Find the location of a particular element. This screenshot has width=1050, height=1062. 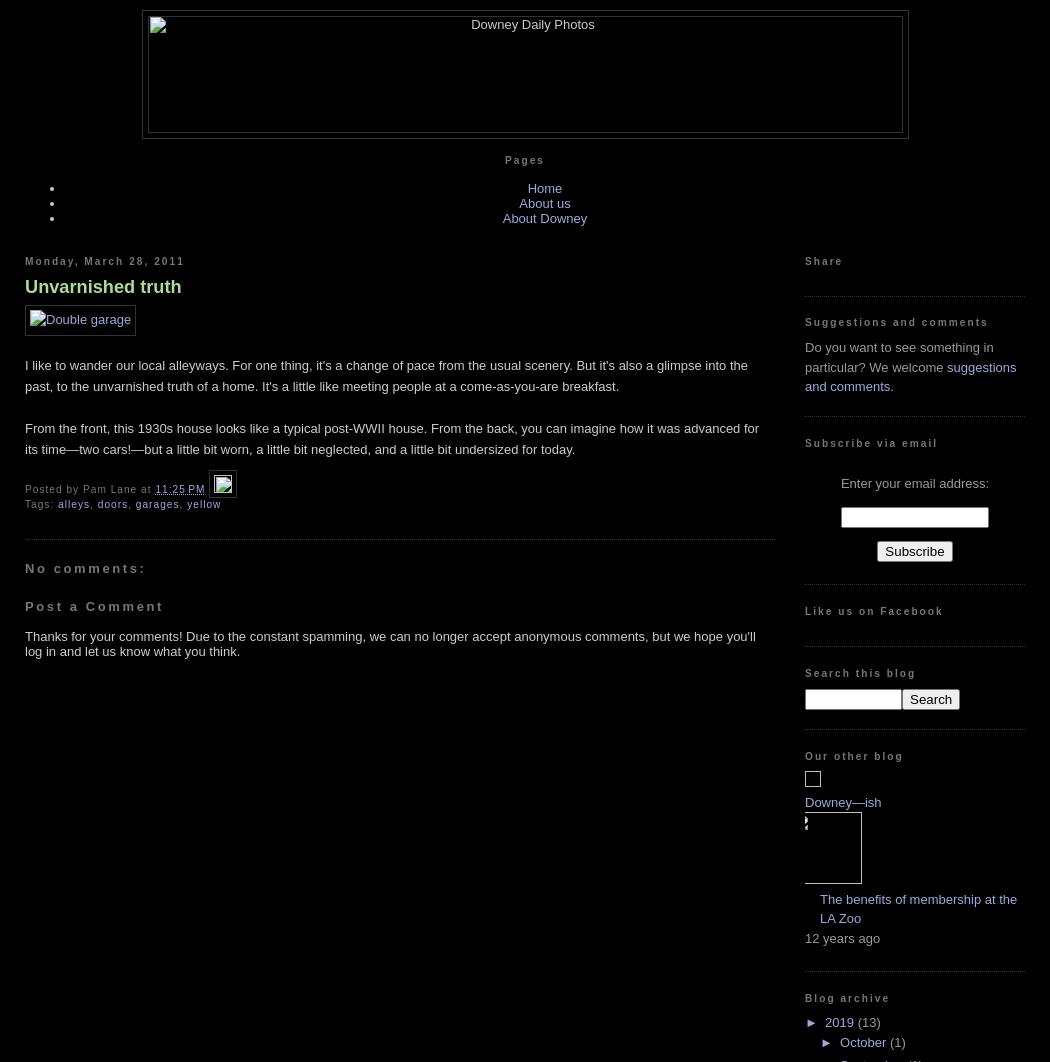

'Suggestions and comments' is located at coordinates (895, 321).